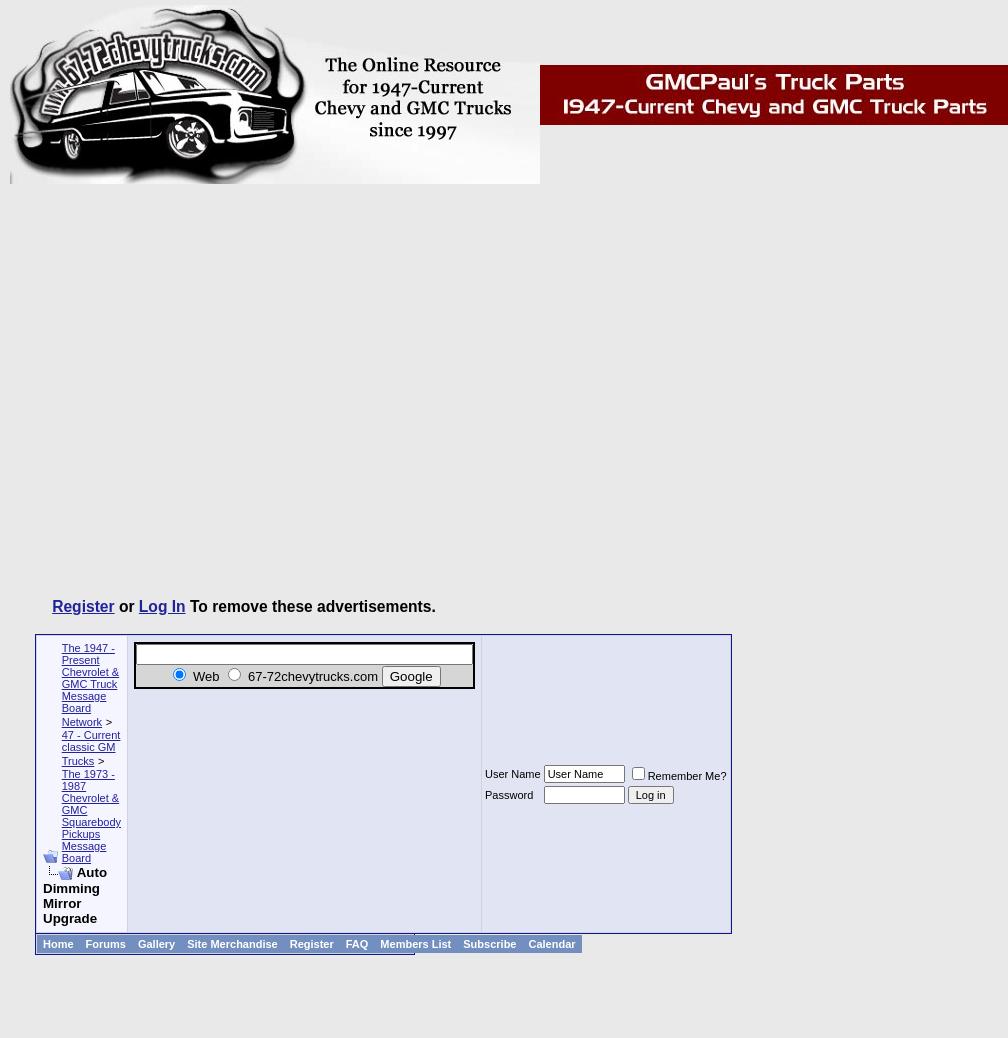 The width and height of the screenshot is (1008, 1038). I want to click on '47 - Current classic GM Trucks', so click(60, 746).